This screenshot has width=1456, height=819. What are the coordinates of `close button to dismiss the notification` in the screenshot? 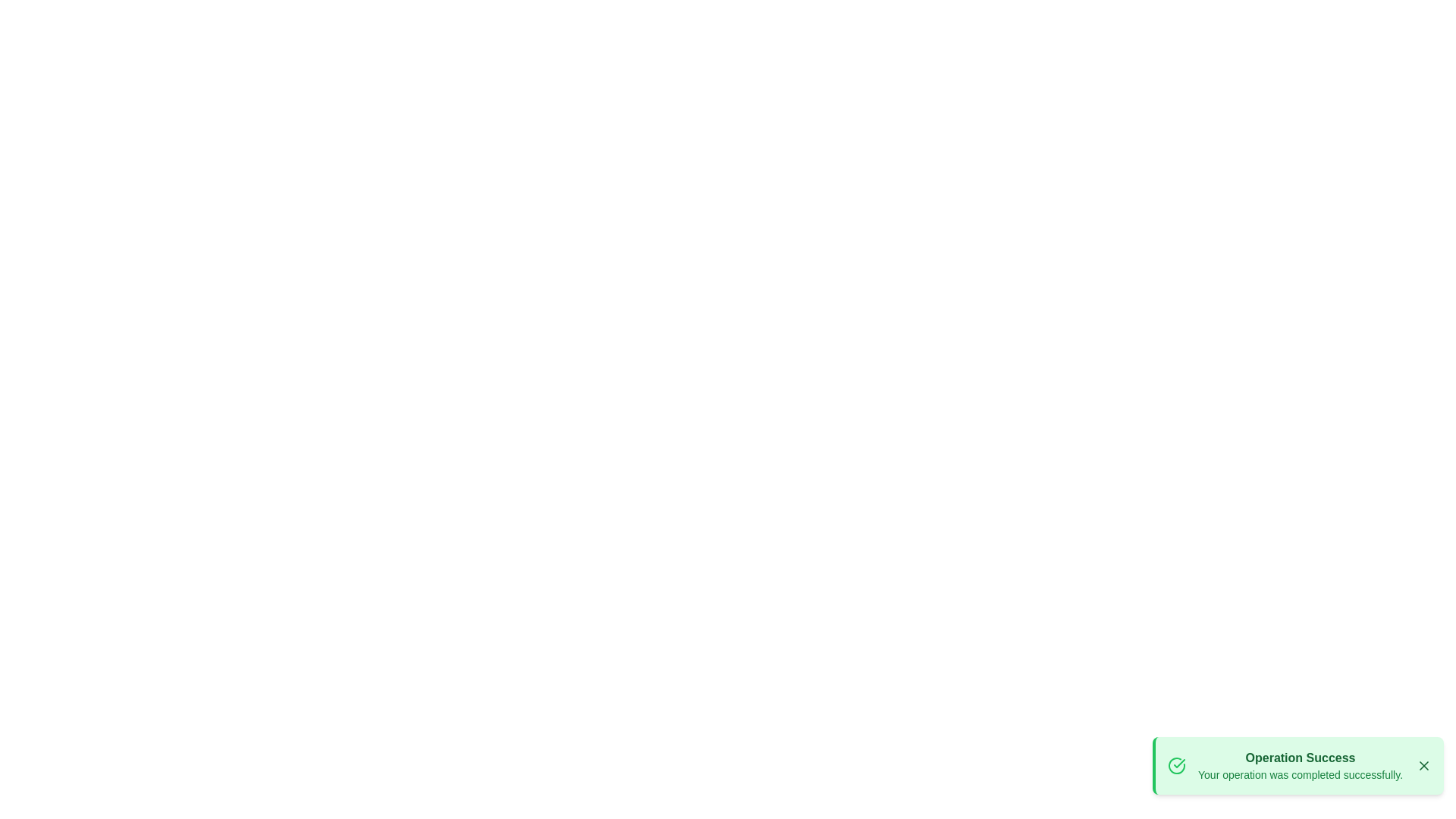 It's located at (1423, 766).